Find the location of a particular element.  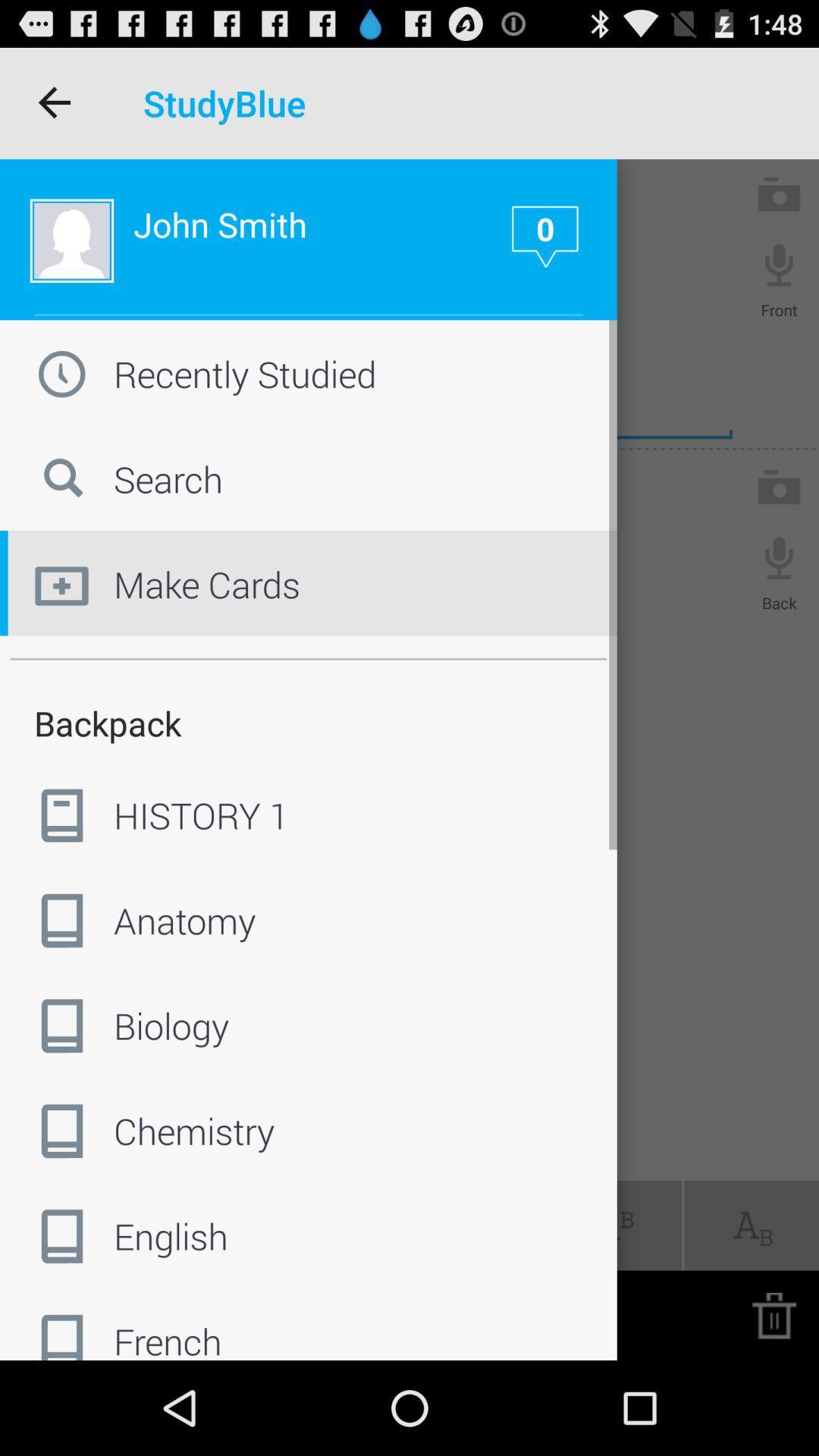

the photo icon is located at coordinates (779, 207).